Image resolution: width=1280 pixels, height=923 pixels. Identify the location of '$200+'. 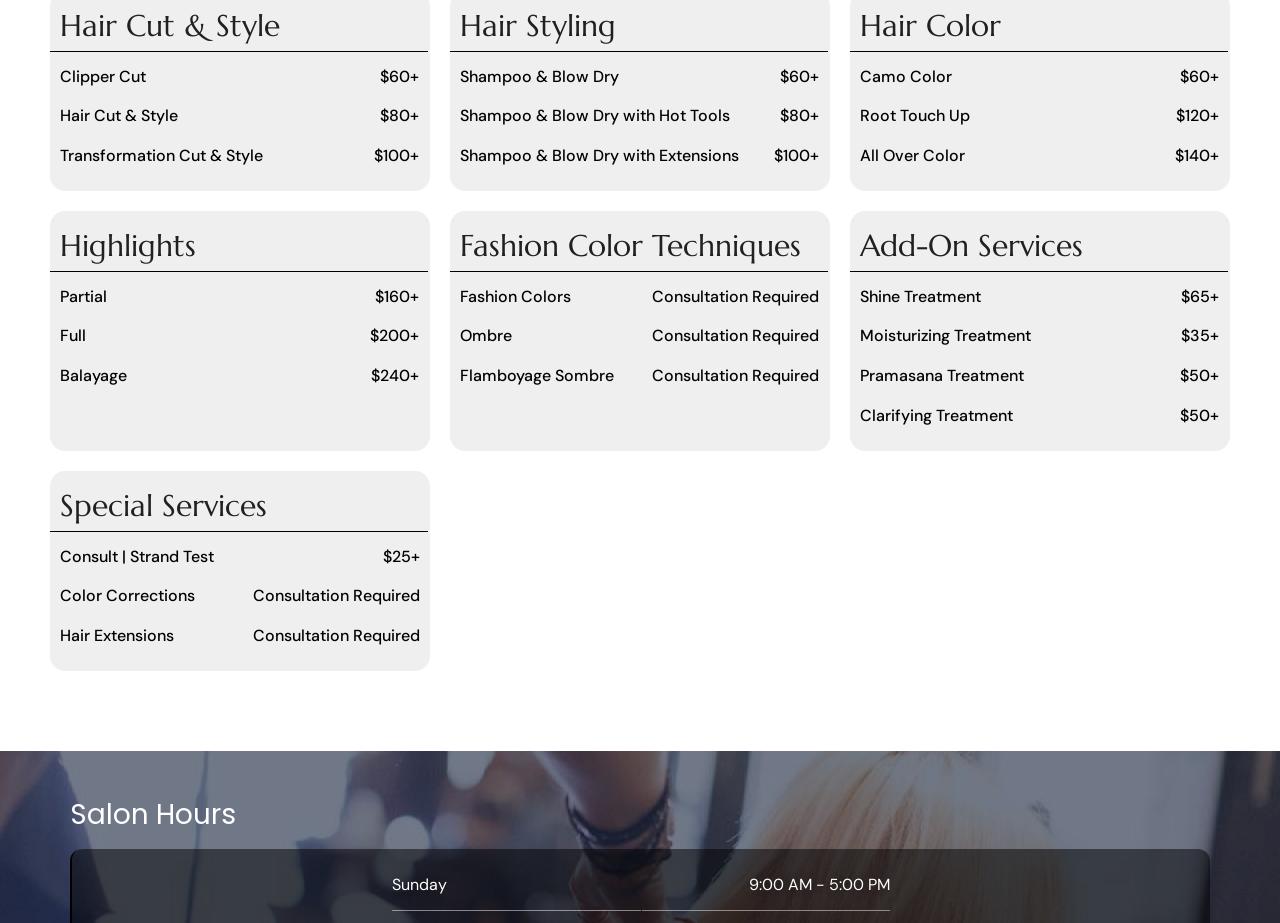
(393, 335).